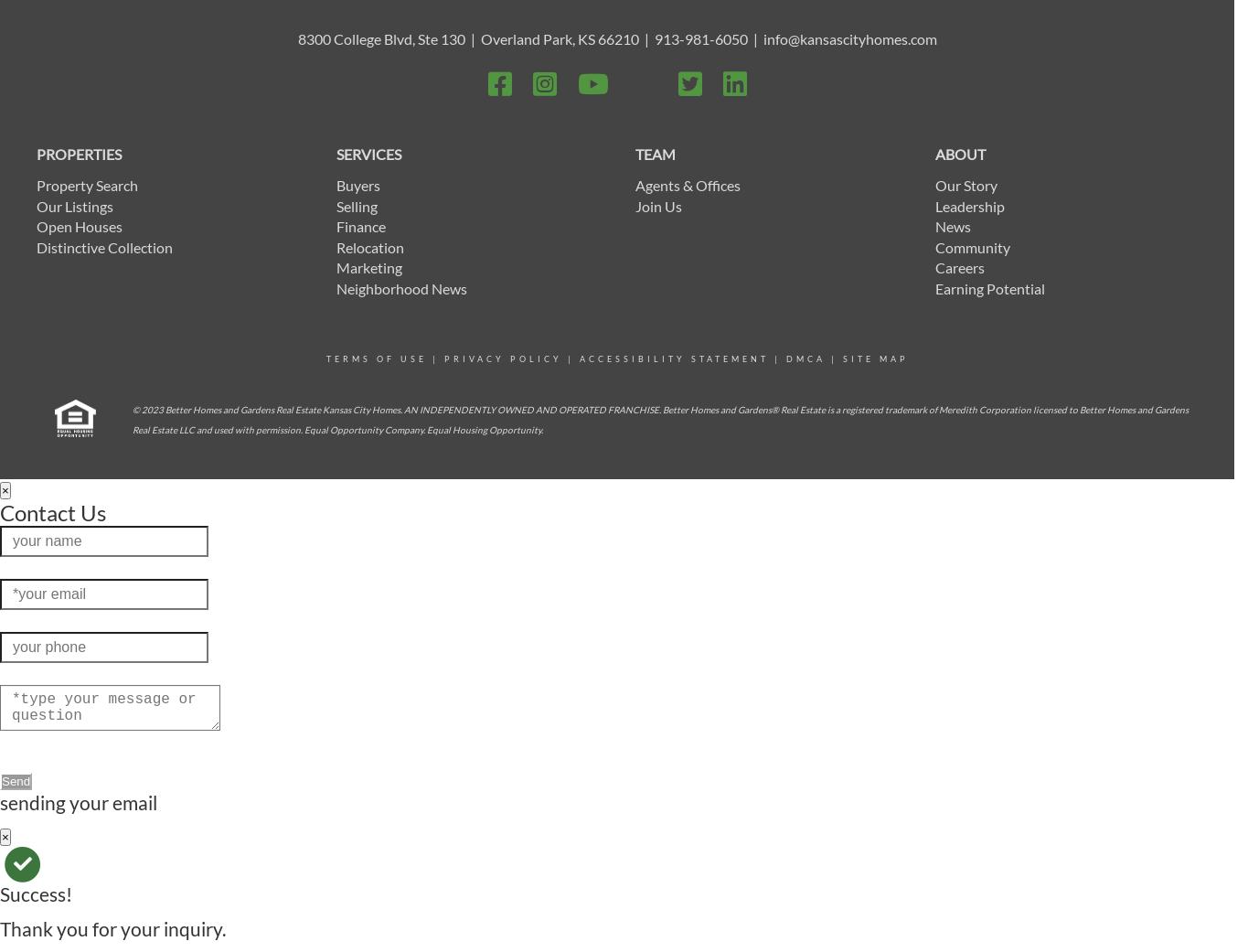 The height and width of the screenshot is (952, 1248). What do you see at coordinates (848, 37) in the screenshot?
I see `'info@kansascityhomes.com'` at bounding box center [848, 37].